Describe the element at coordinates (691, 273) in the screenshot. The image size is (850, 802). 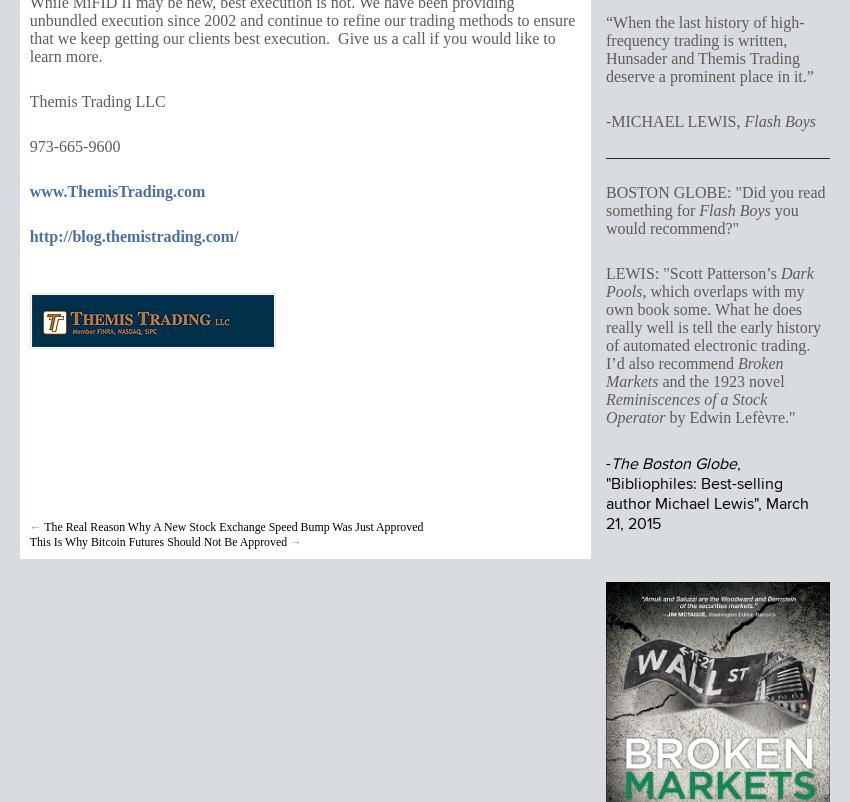
I see `'LEWIS: "Scott Patterson’s'` at that location.